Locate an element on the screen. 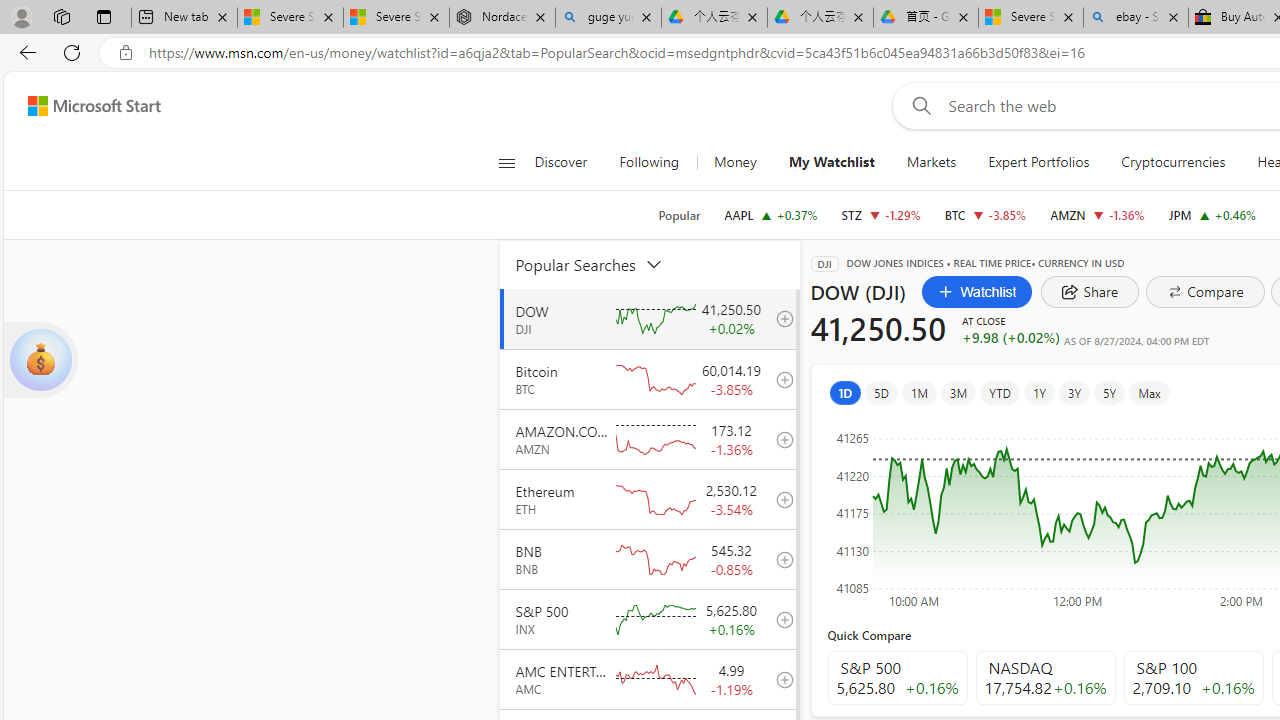 The image size is (1280, 720). '1Y' is located at coordinates (1038, 392).